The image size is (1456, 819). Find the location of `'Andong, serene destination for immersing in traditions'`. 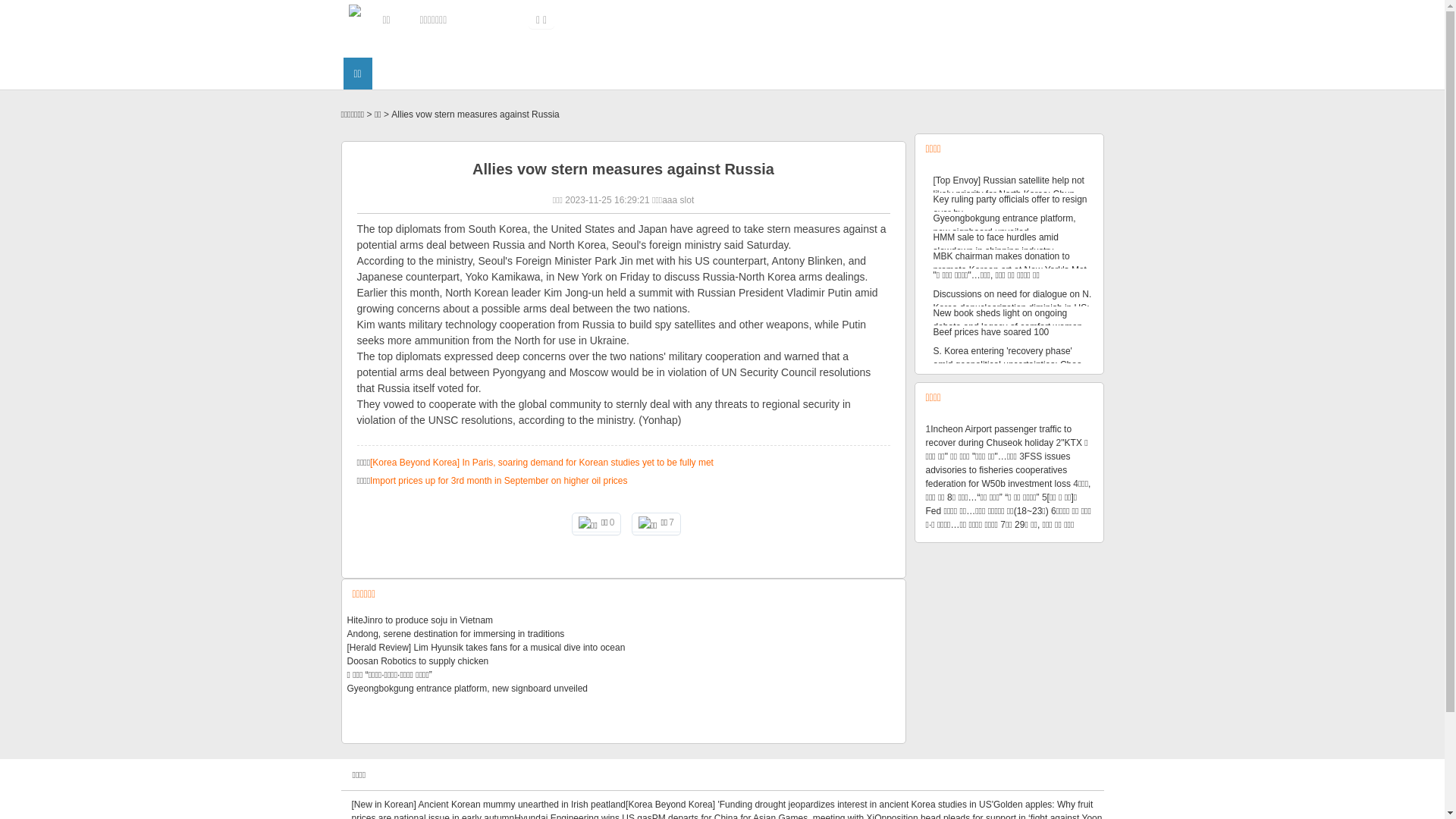

'Andong, serene destination for immersing in traditions' is located at coordinates (346, 634).